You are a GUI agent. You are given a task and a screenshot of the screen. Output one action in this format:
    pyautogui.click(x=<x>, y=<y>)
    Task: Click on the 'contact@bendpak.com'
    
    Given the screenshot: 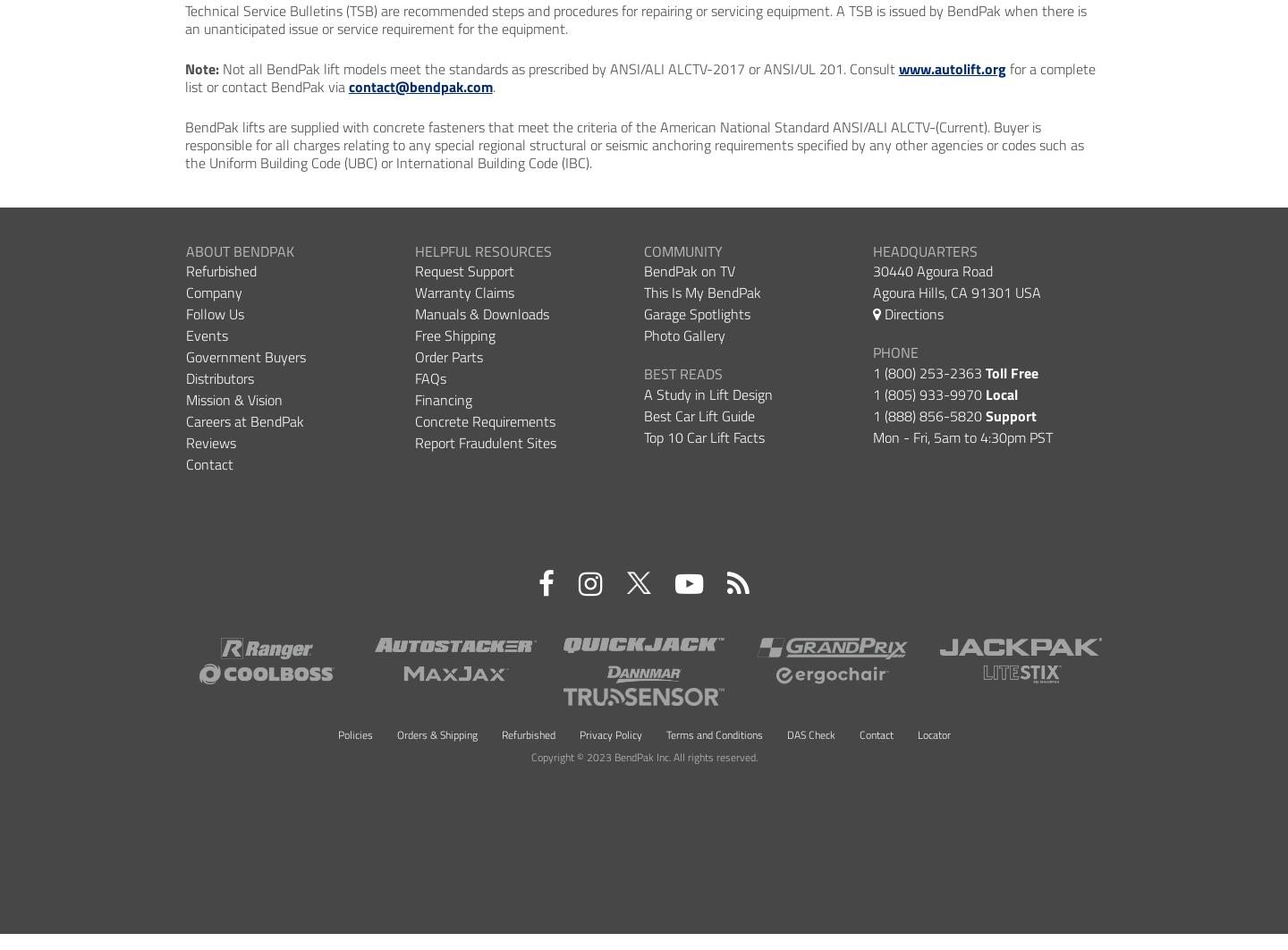 What is the action you would take?
    pyautogui.click(x=346, y=86)
    